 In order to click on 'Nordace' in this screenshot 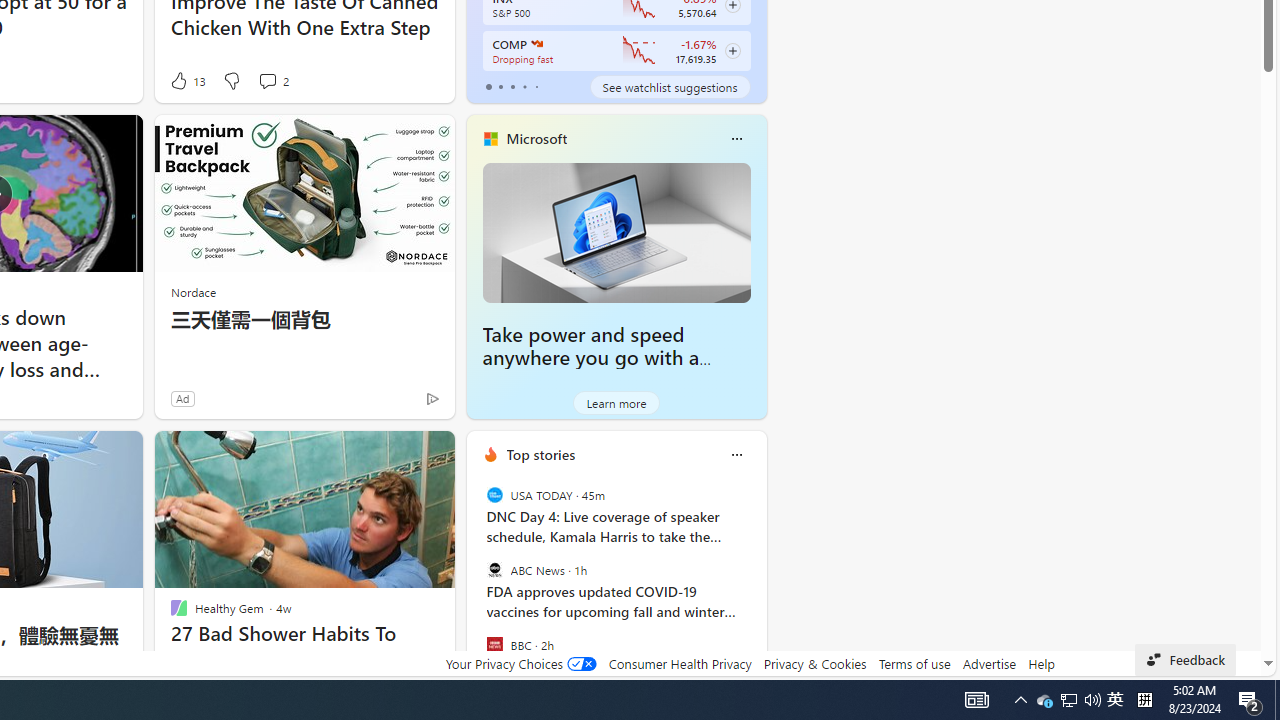, I will do `click(193, 291)`.